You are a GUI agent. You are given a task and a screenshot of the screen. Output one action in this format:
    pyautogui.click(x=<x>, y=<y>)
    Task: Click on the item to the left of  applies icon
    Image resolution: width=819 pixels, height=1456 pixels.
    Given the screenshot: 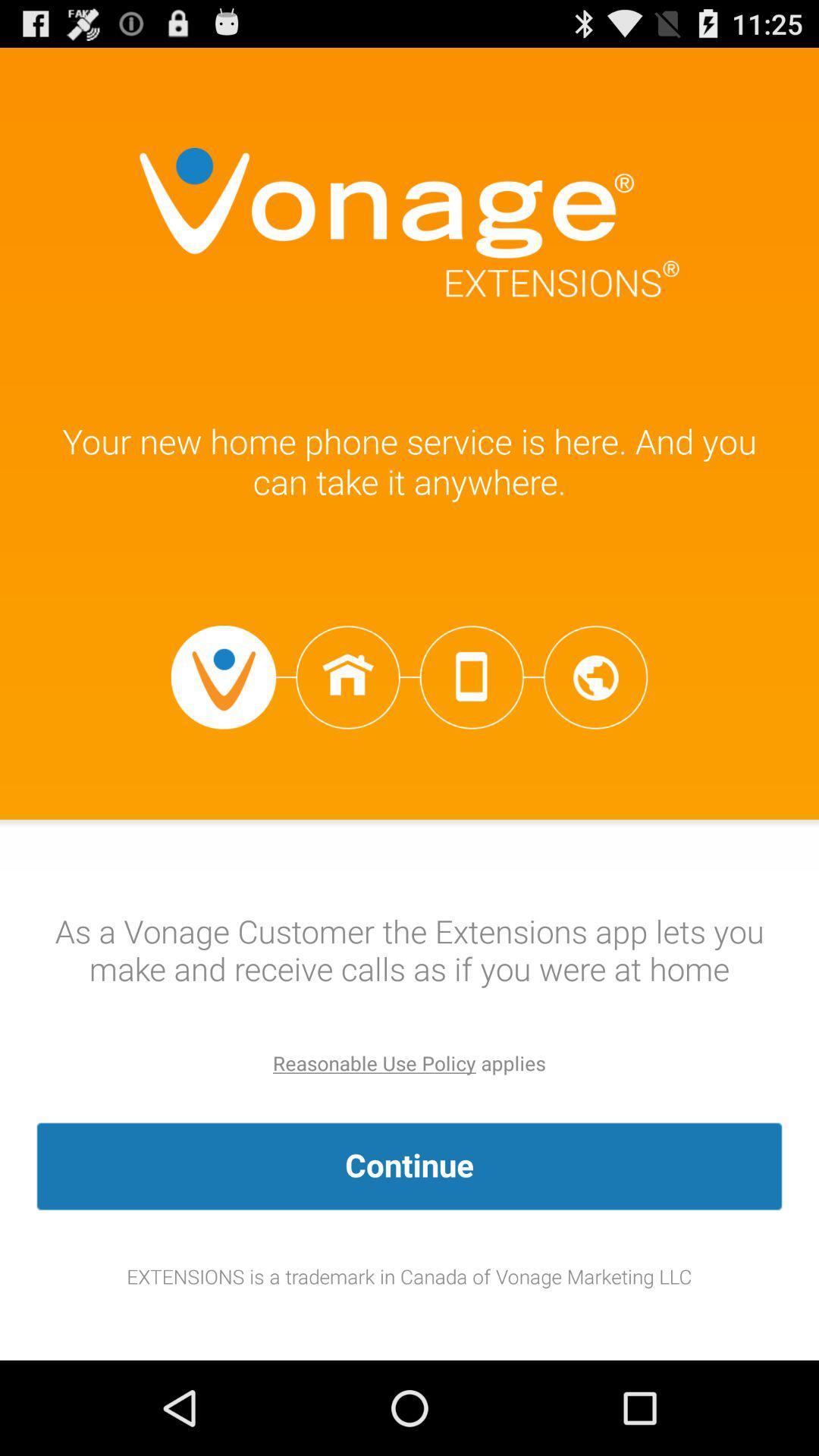 What is the action you would take?
    pyautogui.click(x=374, y=1062)
    